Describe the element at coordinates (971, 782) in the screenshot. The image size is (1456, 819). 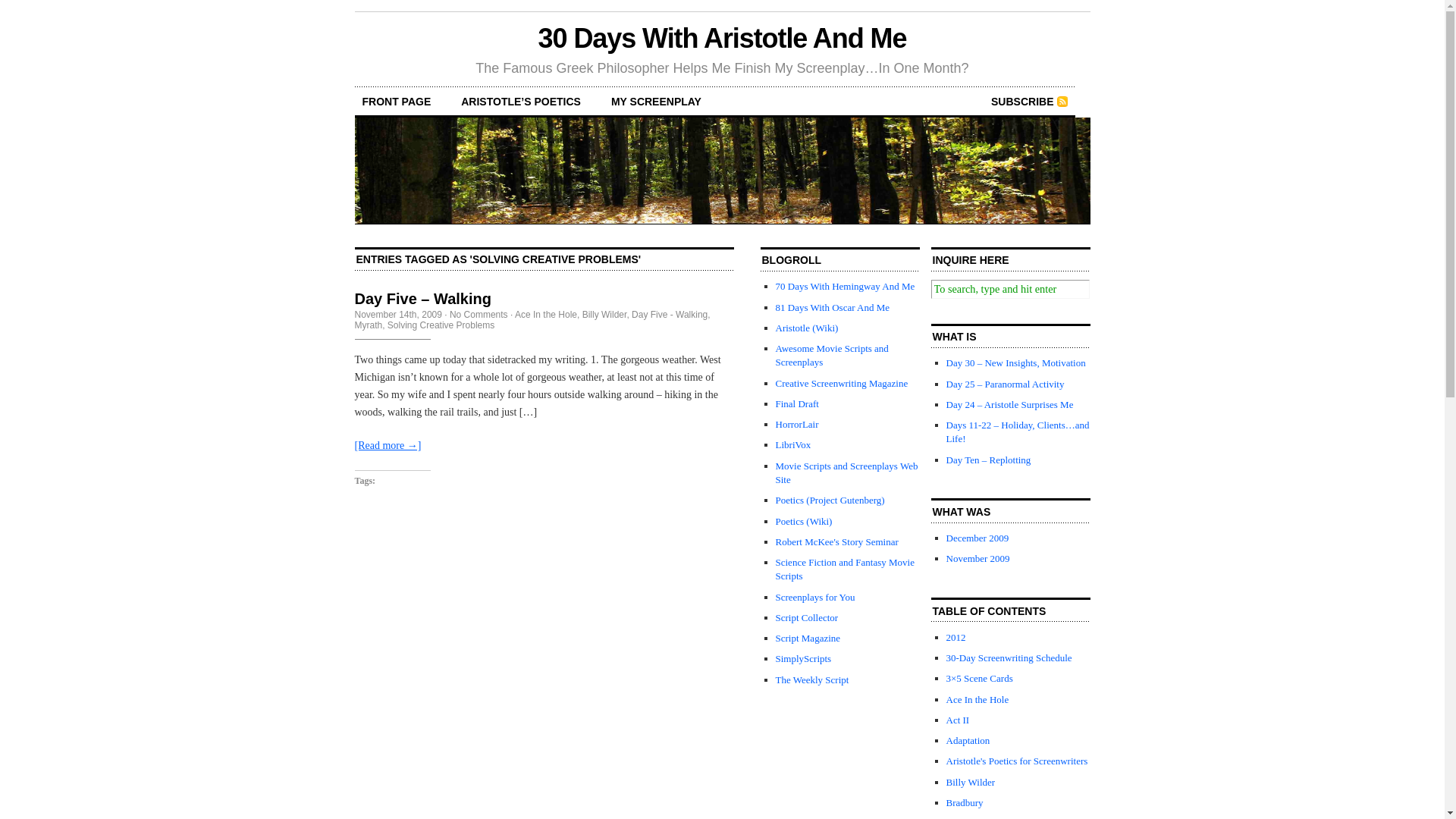
I see `'Billy Wilder'` at that location.